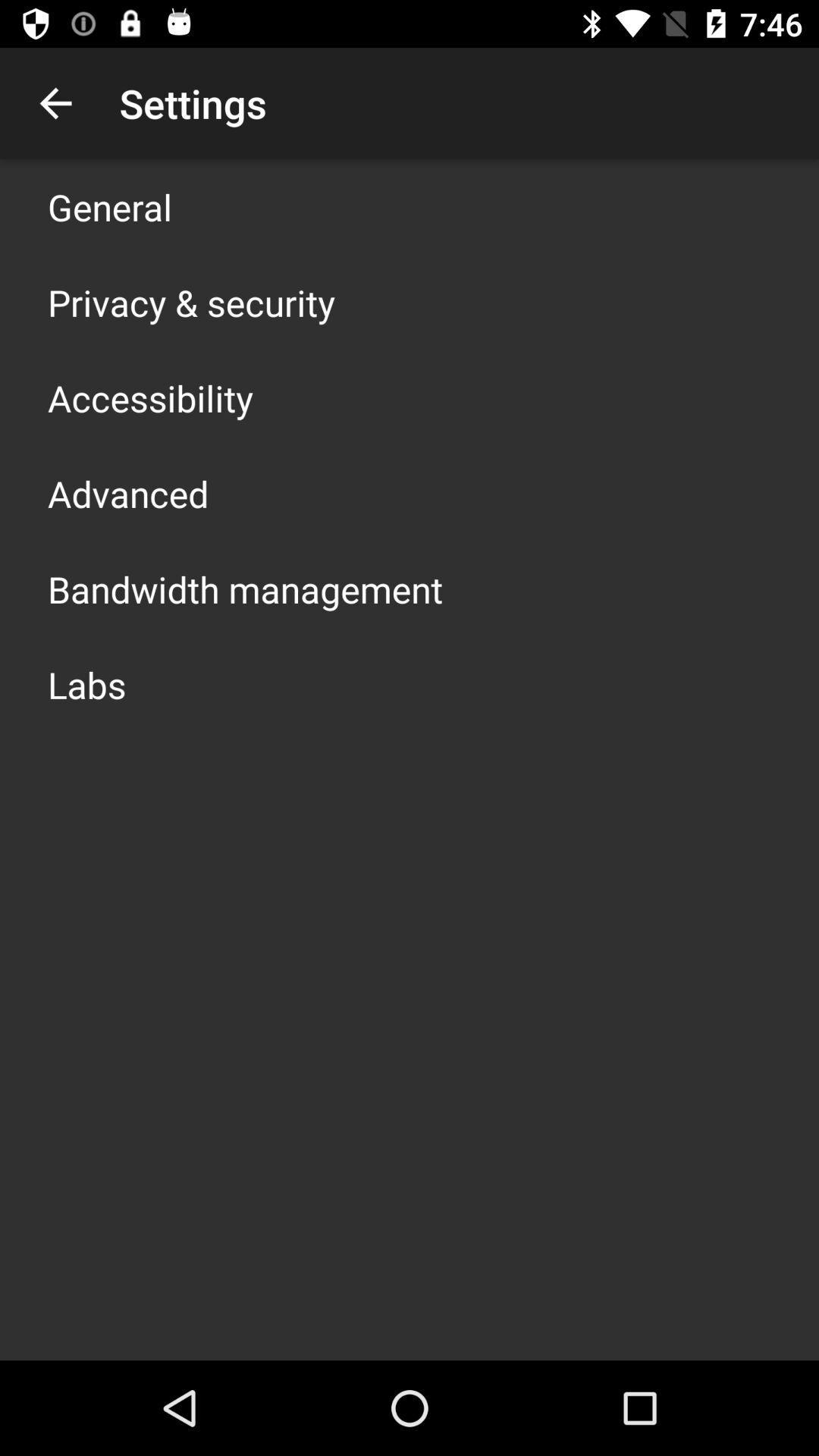  What do you see at coordinates (190, 302) in the screenshot?
I see `the item below general` at bounding box center [190, 302].